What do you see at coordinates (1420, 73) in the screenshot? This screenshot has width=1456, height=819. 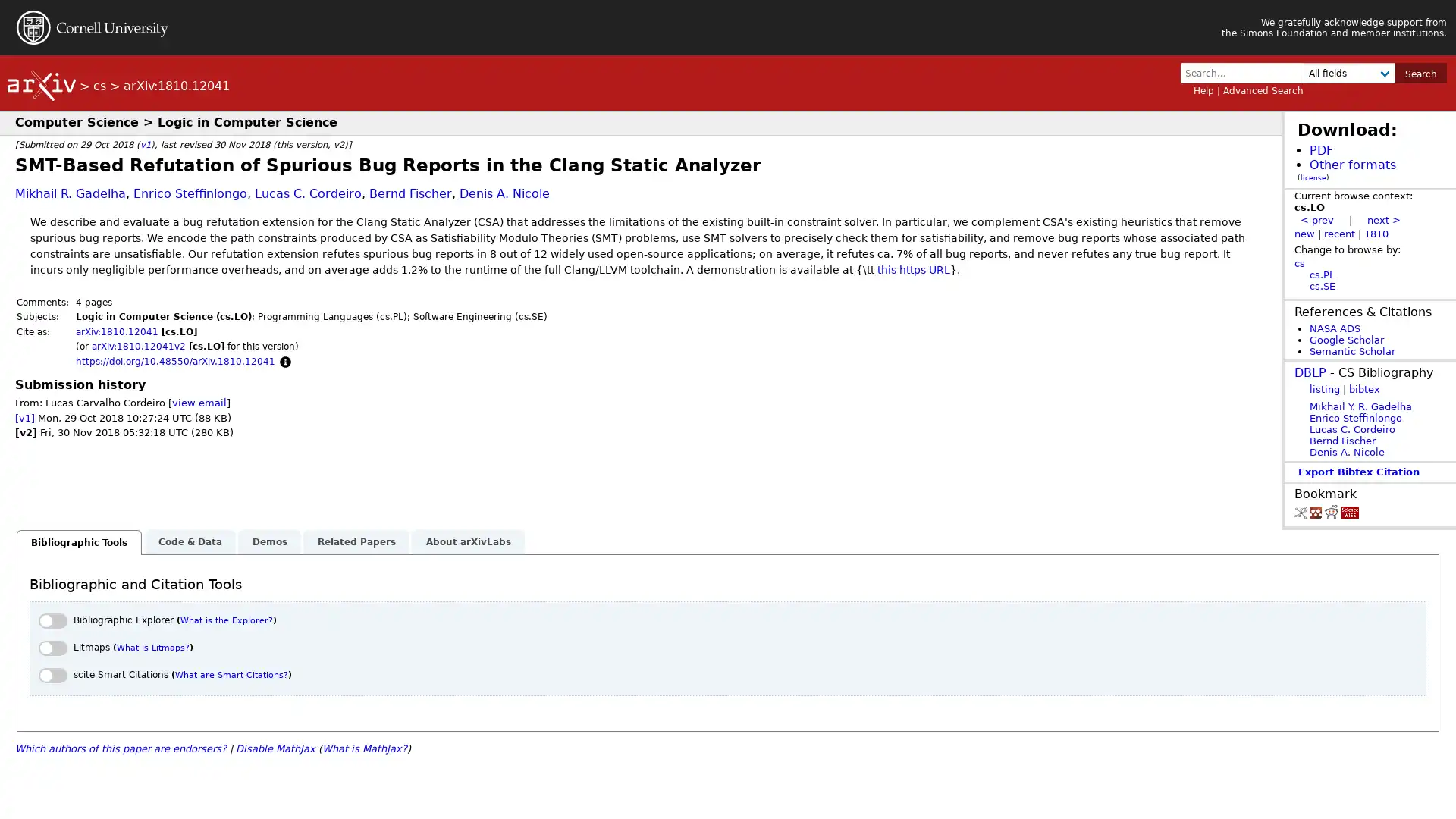 I see `Search` at bounding box center [1420, 73].